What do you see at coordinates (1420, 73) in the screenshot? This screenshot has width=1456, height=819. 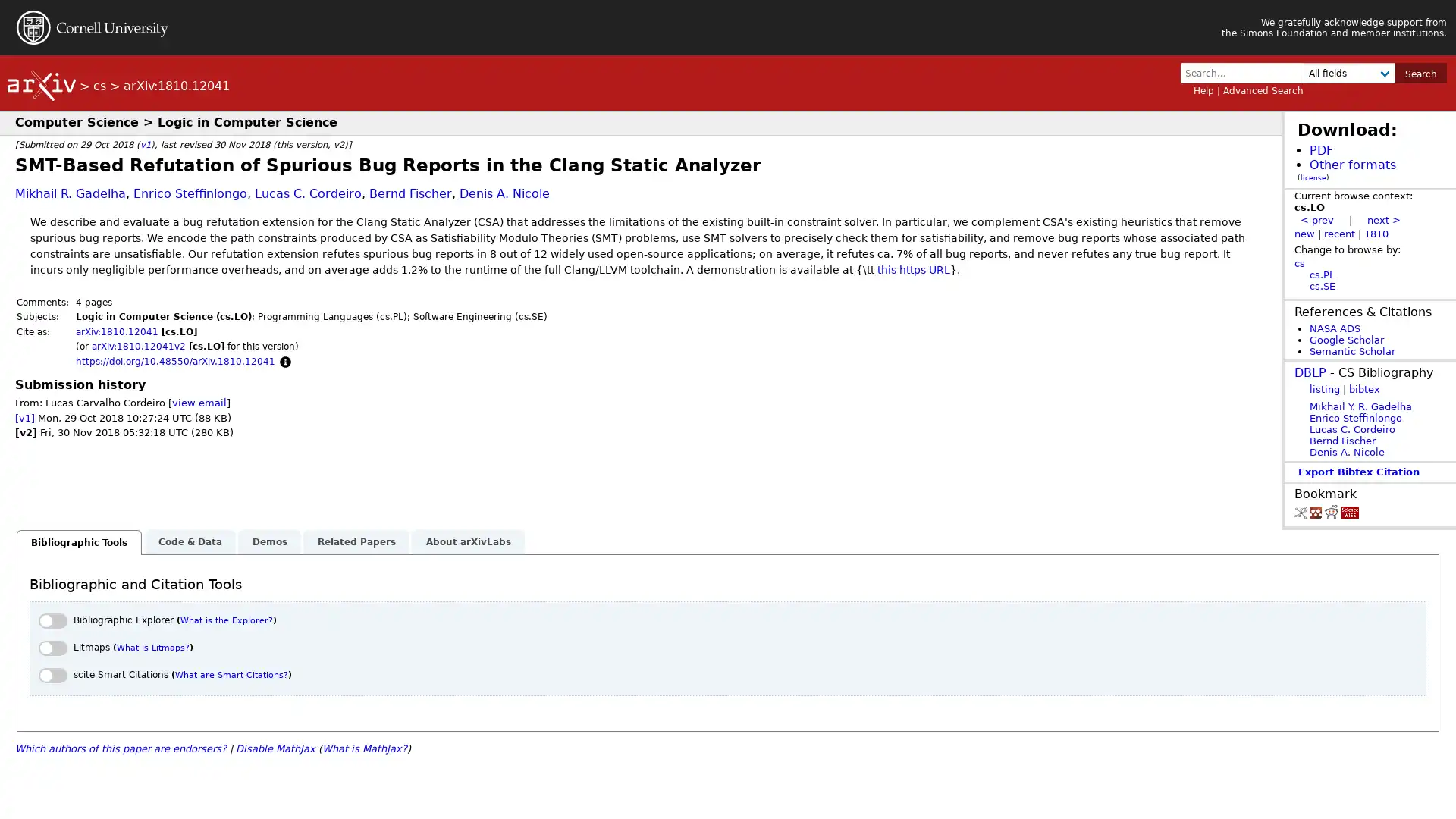 I see `Search` at bounding box center [1420, 73].